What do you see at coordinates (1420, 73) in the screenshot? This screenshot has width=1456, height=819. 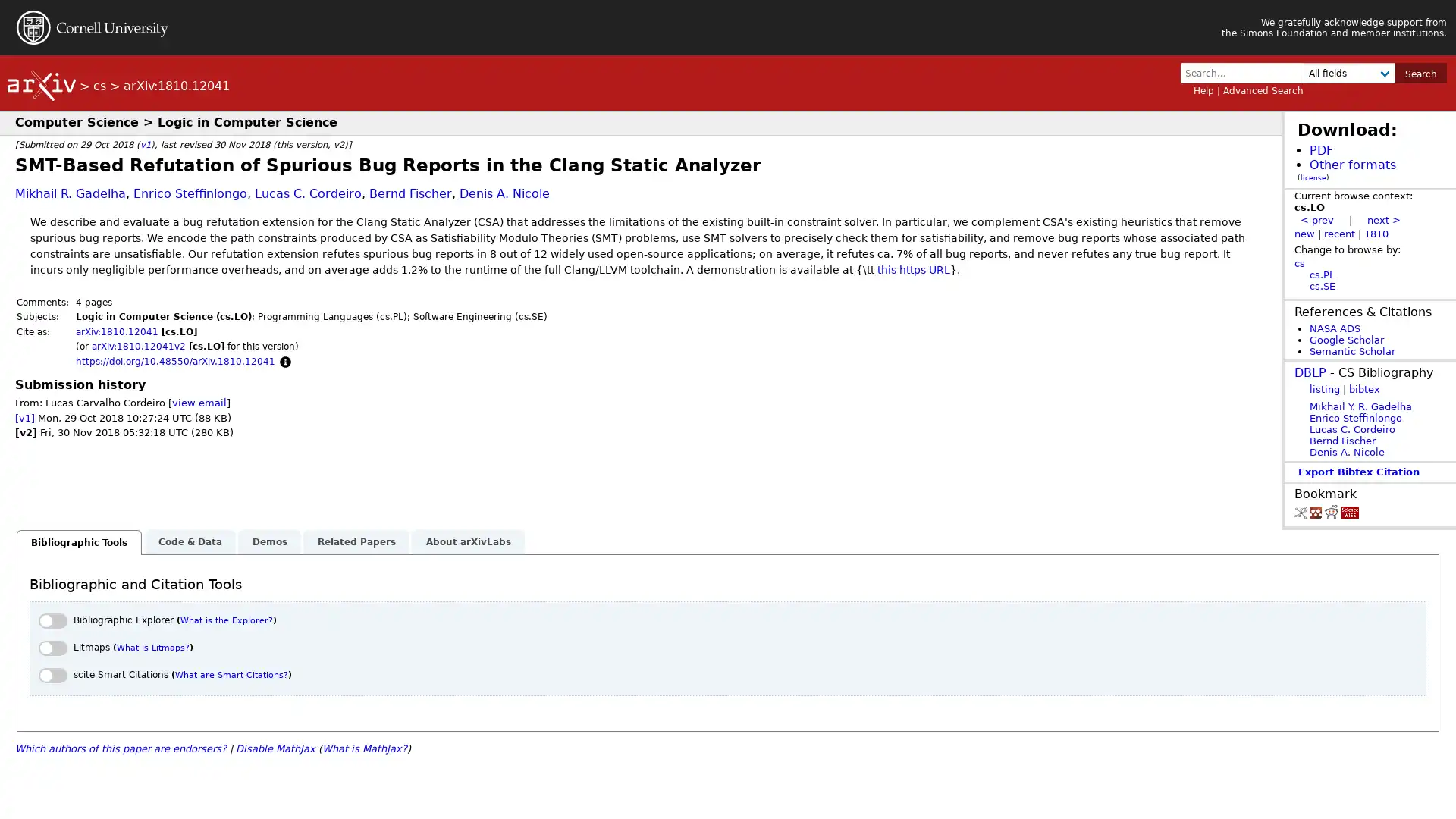 I see `Search` at bounding box center [1420, 73].